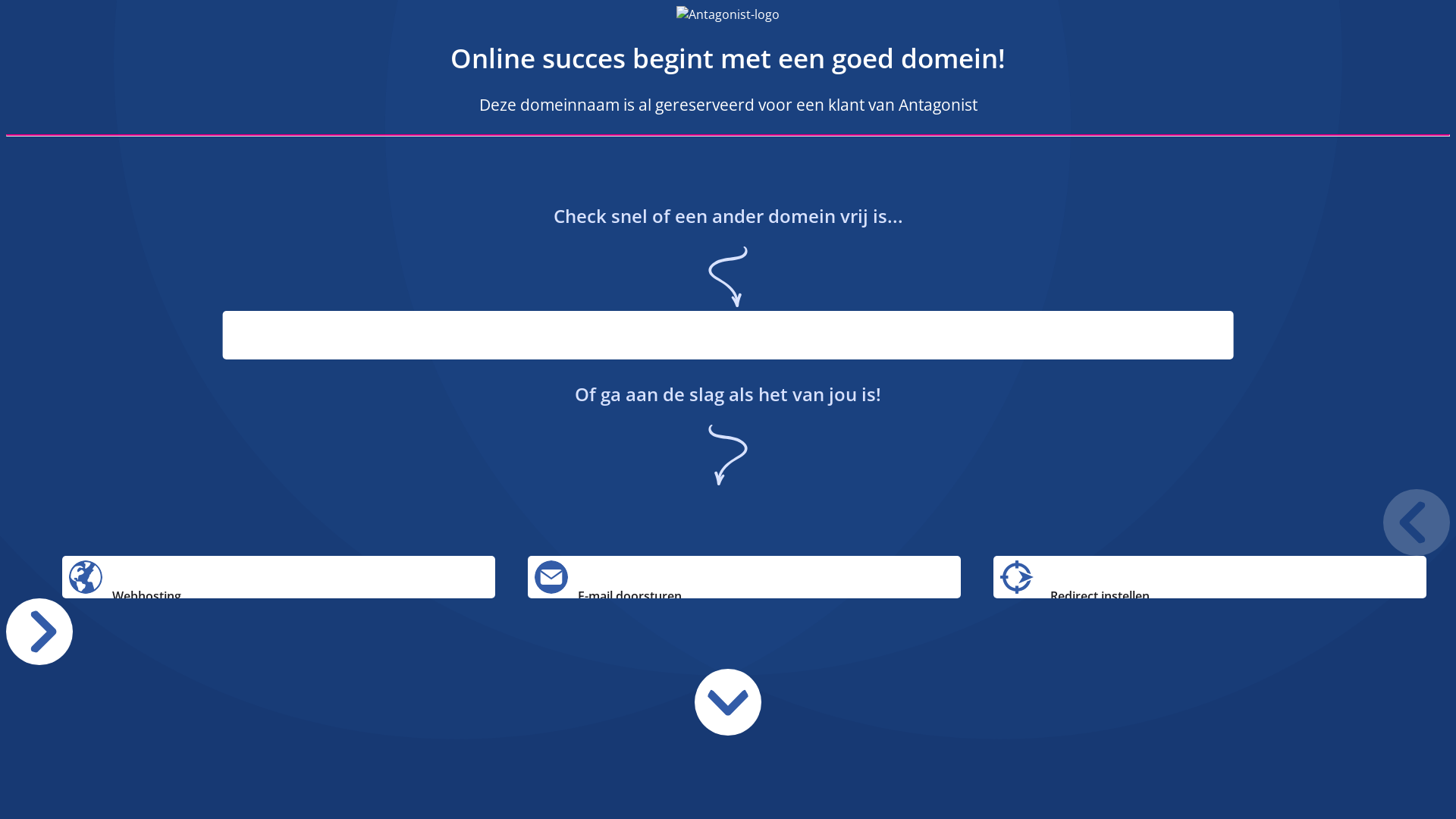 The image size is (1456, 819). I want to click on 'E-mail doorsturen', so click(744, 576).